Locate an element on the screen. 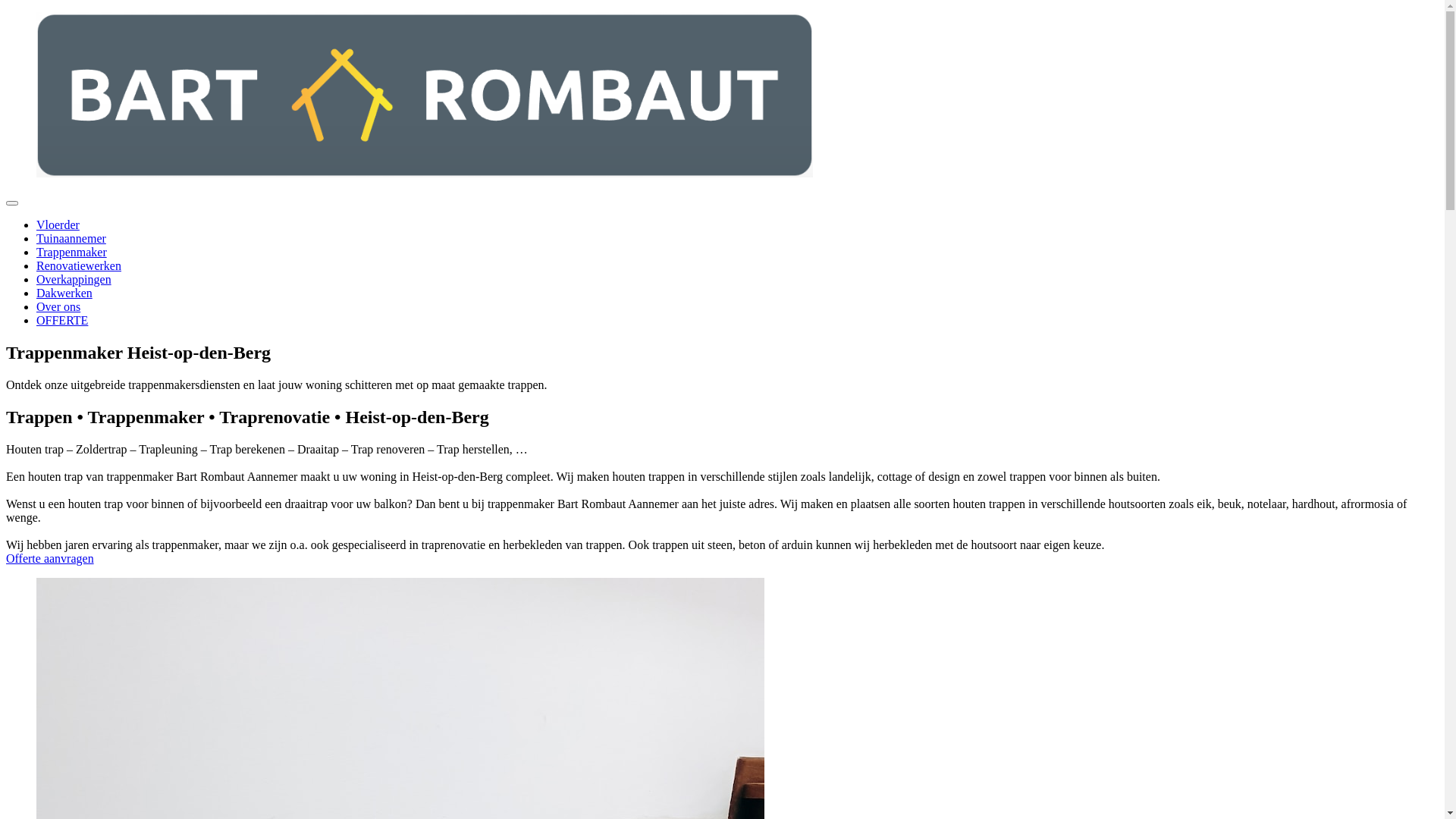 The height and width of the screenshot is (819, 1456). 'Renovatiewerken' is located at coordinates (78, 265).